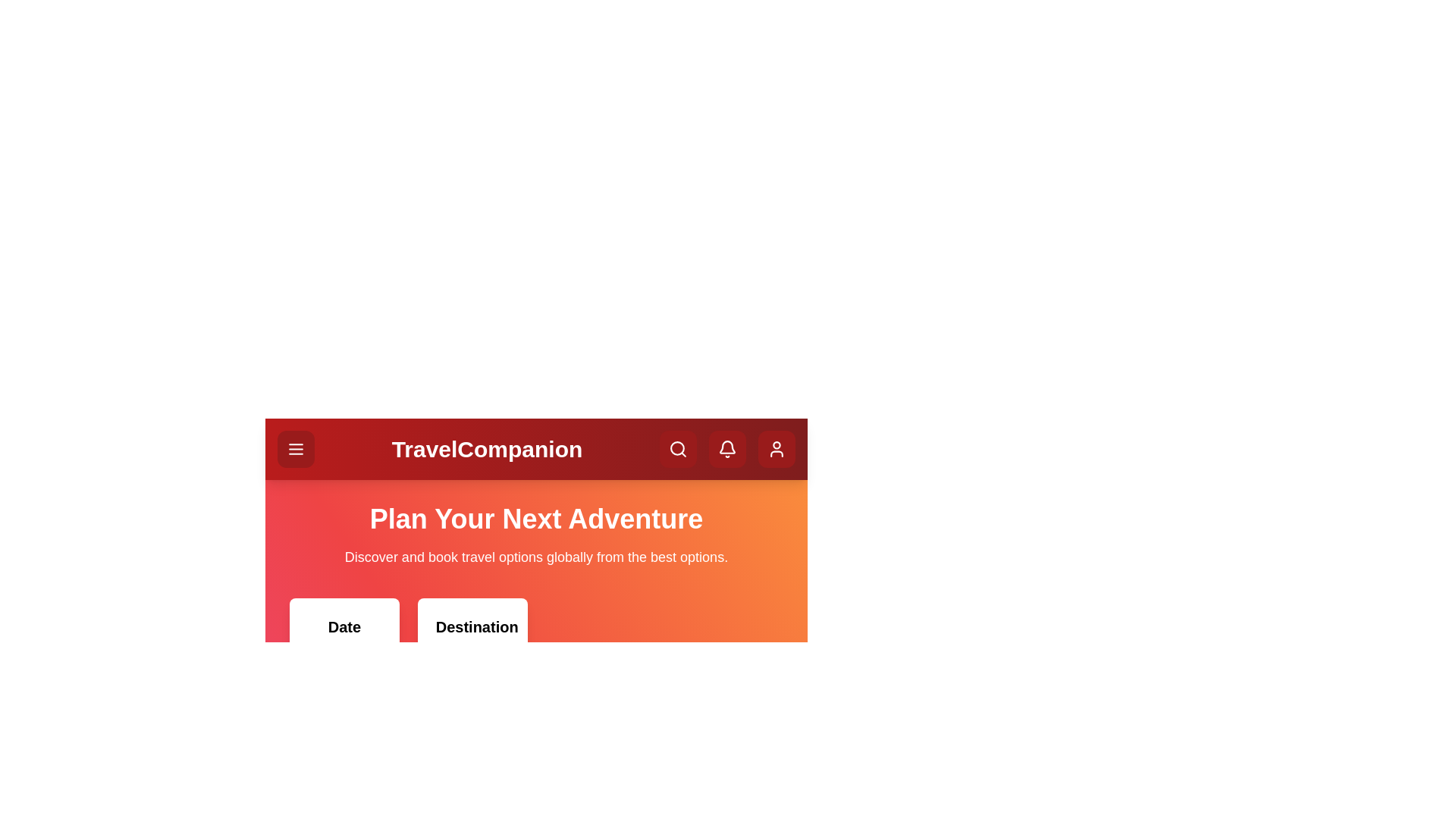 This screenshot has height=819, width=1456. Describe the element at coordinates (296, 448) in the screenshot. I see `the menu button to toggle the menu` at that location.